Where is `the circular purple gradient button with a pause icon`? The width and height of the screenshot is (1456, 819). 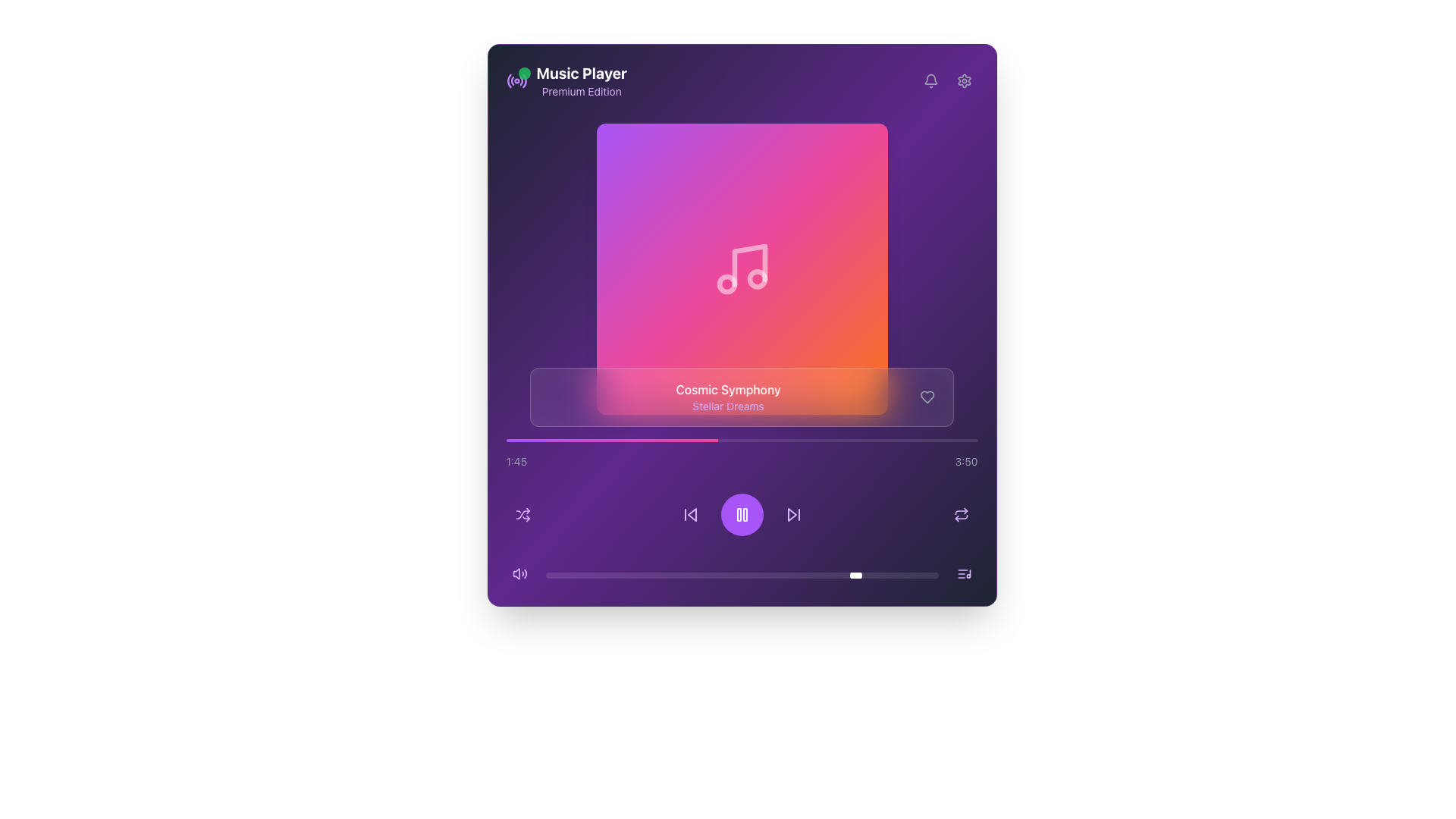
the circular purple gradient button with a pause icon is located at coordinates (742, 513).